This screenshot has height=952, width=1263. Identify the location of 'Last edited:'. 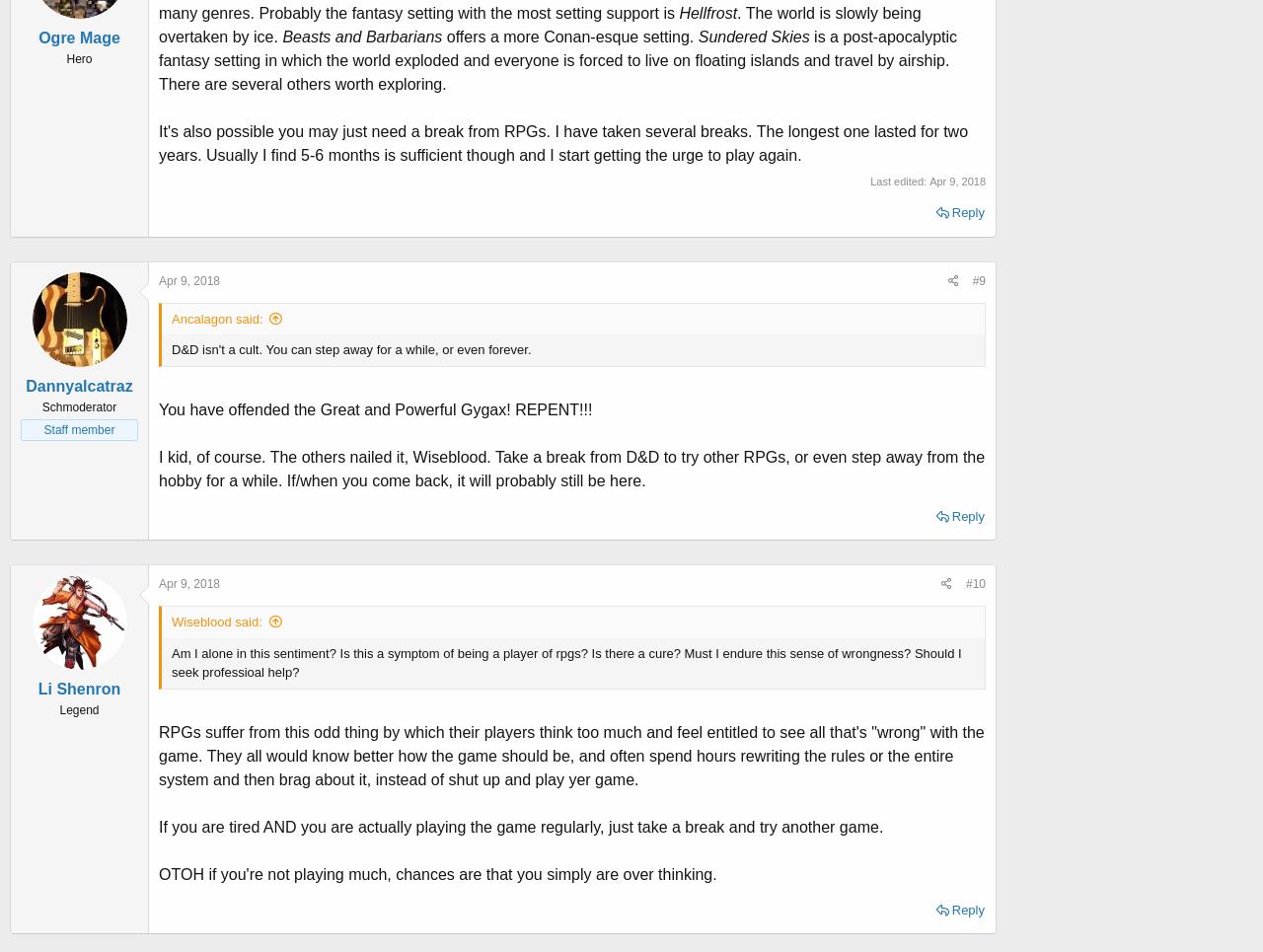
(899, 179).